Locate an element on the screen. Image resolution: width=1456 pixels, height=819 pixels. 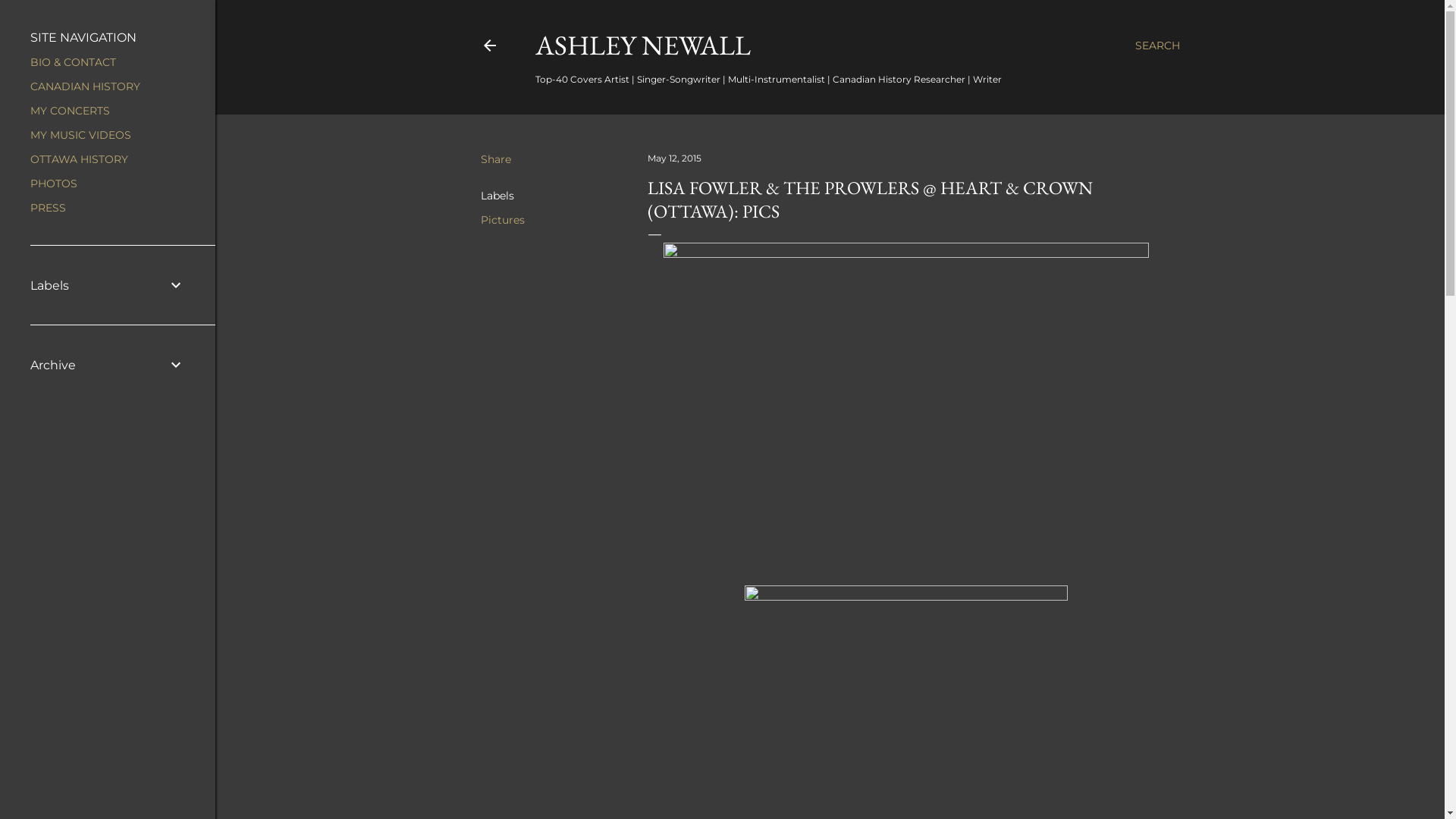
'SEARCH' is located at coordinates (1156, 45).